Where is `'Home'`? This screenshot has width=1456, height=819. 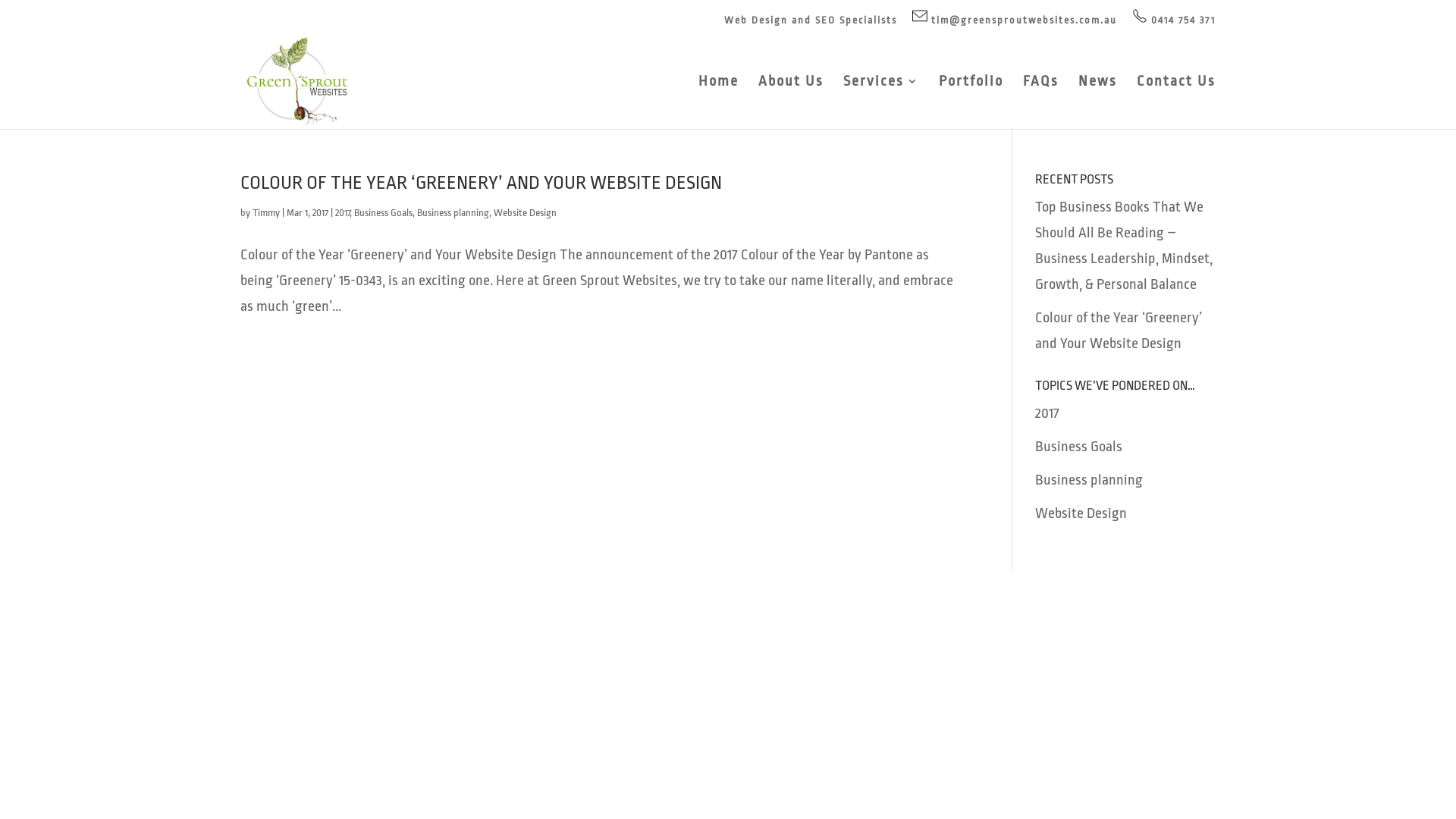
'Home' is located at coordinates (717, 102).